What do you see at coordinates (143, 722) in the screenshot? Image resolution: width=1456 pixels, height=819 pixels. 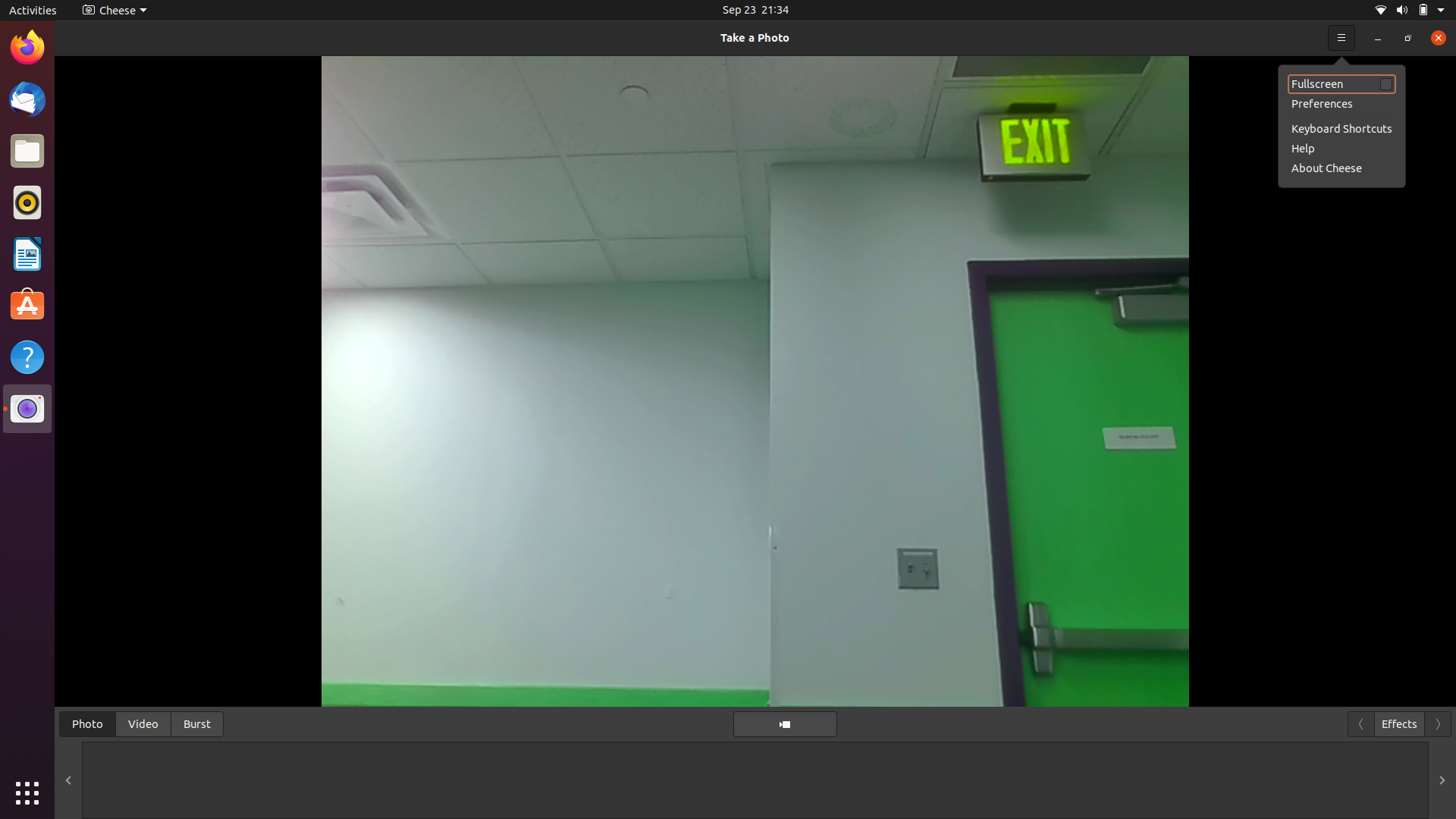 I see `Switch to video and start capturing video` at bounding box center [143, 722].